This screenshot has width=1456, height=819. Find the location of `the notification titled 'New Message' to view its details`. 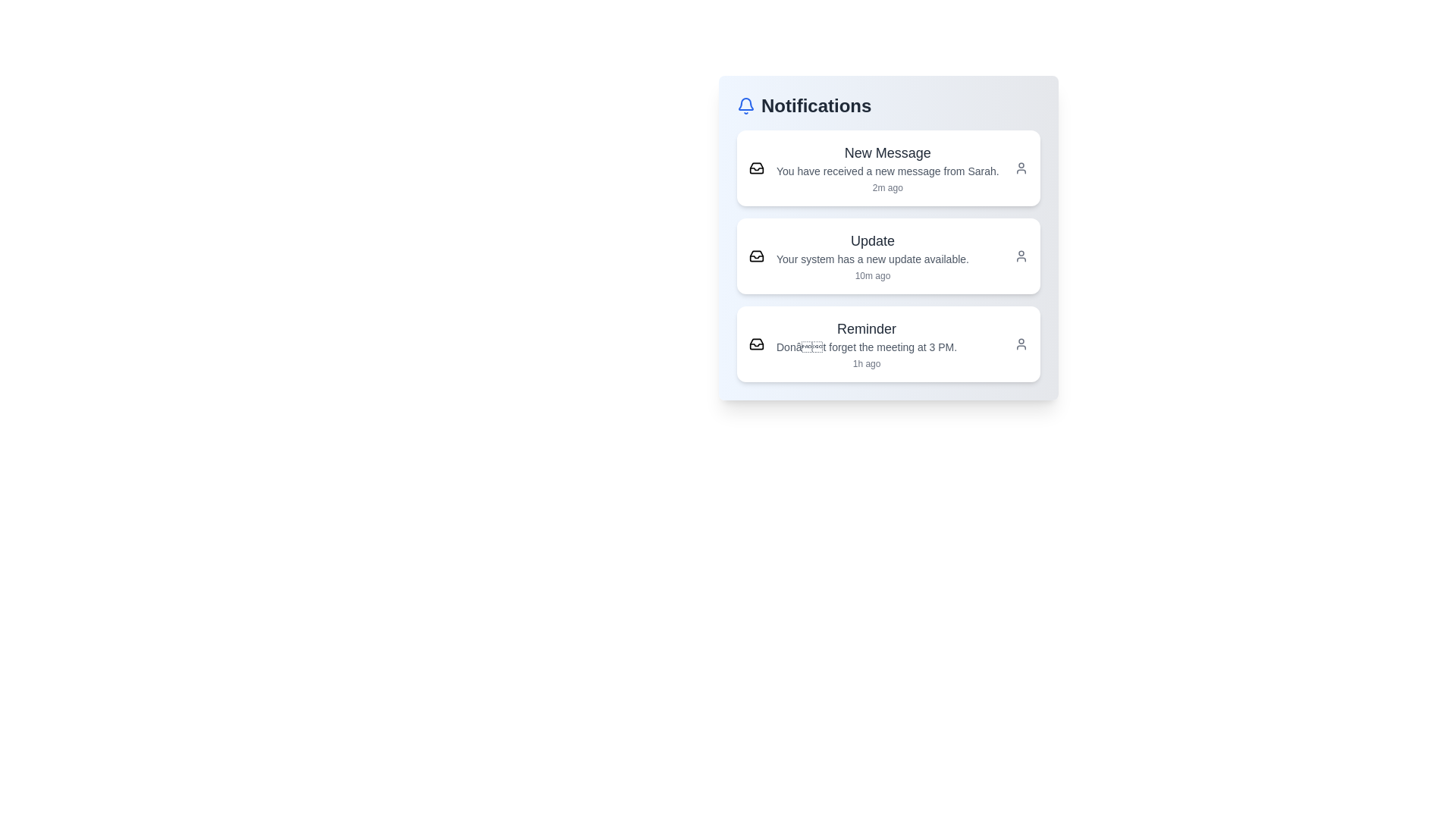

the notification titled 'New Message' to view its details is located at coordinates (888, 168).